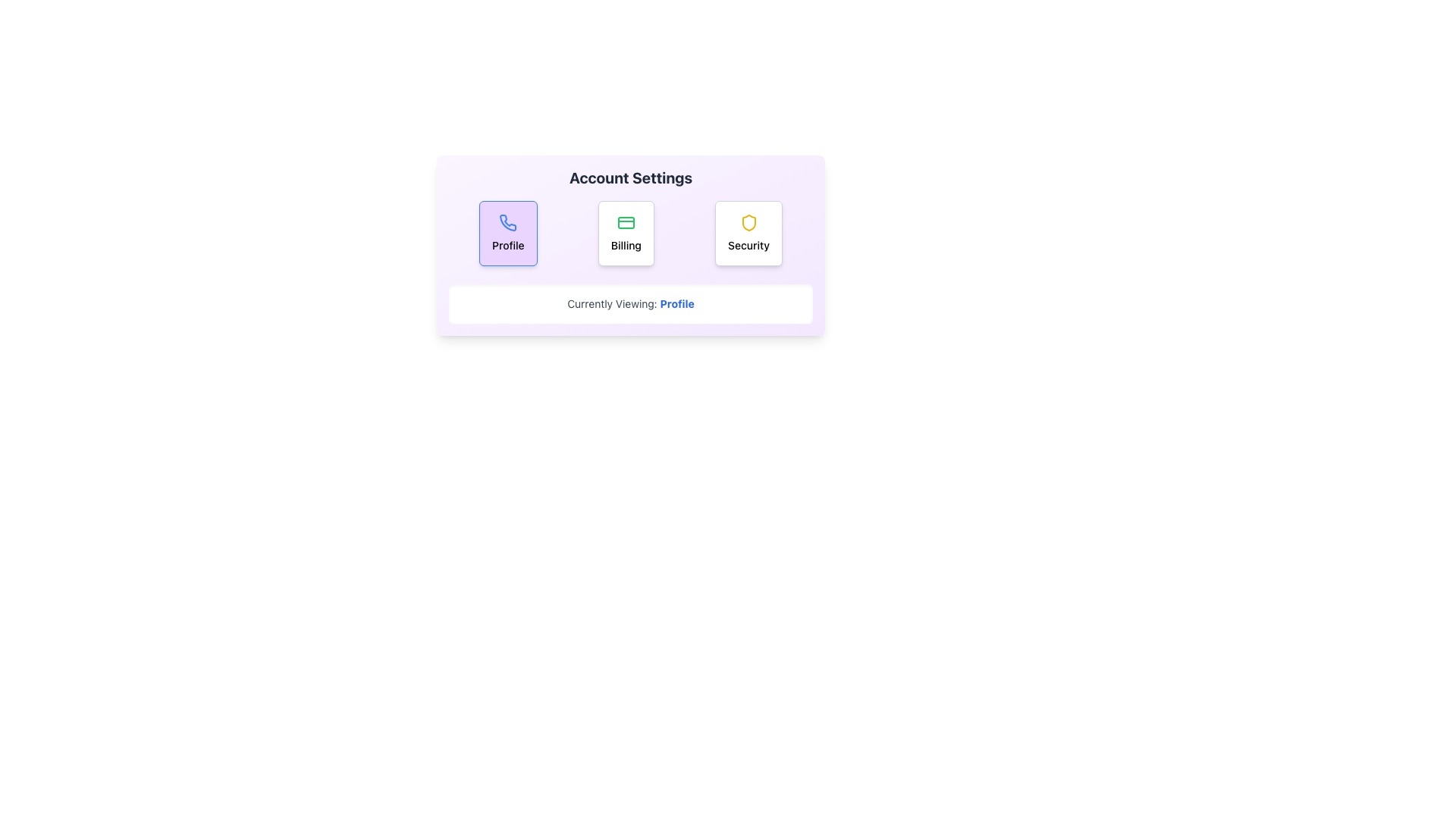 Image resolution: width=1456 pixels, height=819 pixels. What do you see at coordinates (630, 304) in the screenshot?
I see `information displayed in the Label that indicates the currently selected or active item within the 'Account Settings' section` at bounding box center [630, 304].